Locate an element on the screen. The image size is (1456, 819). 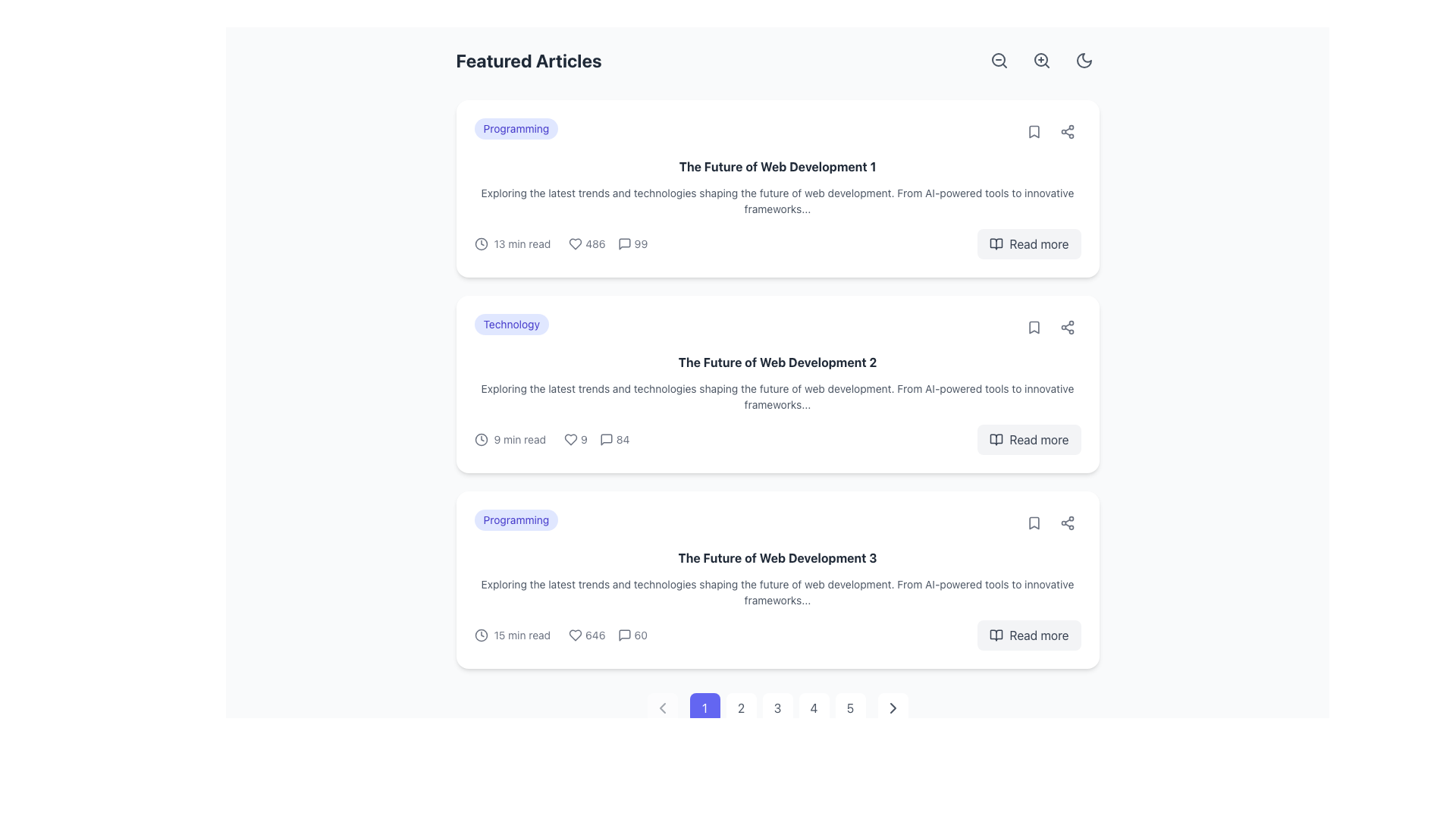
the small numerical label displaying the number '9' in light gray font, located next to the heart-shaped icon on the second article card is located at coordinates (575, 439).